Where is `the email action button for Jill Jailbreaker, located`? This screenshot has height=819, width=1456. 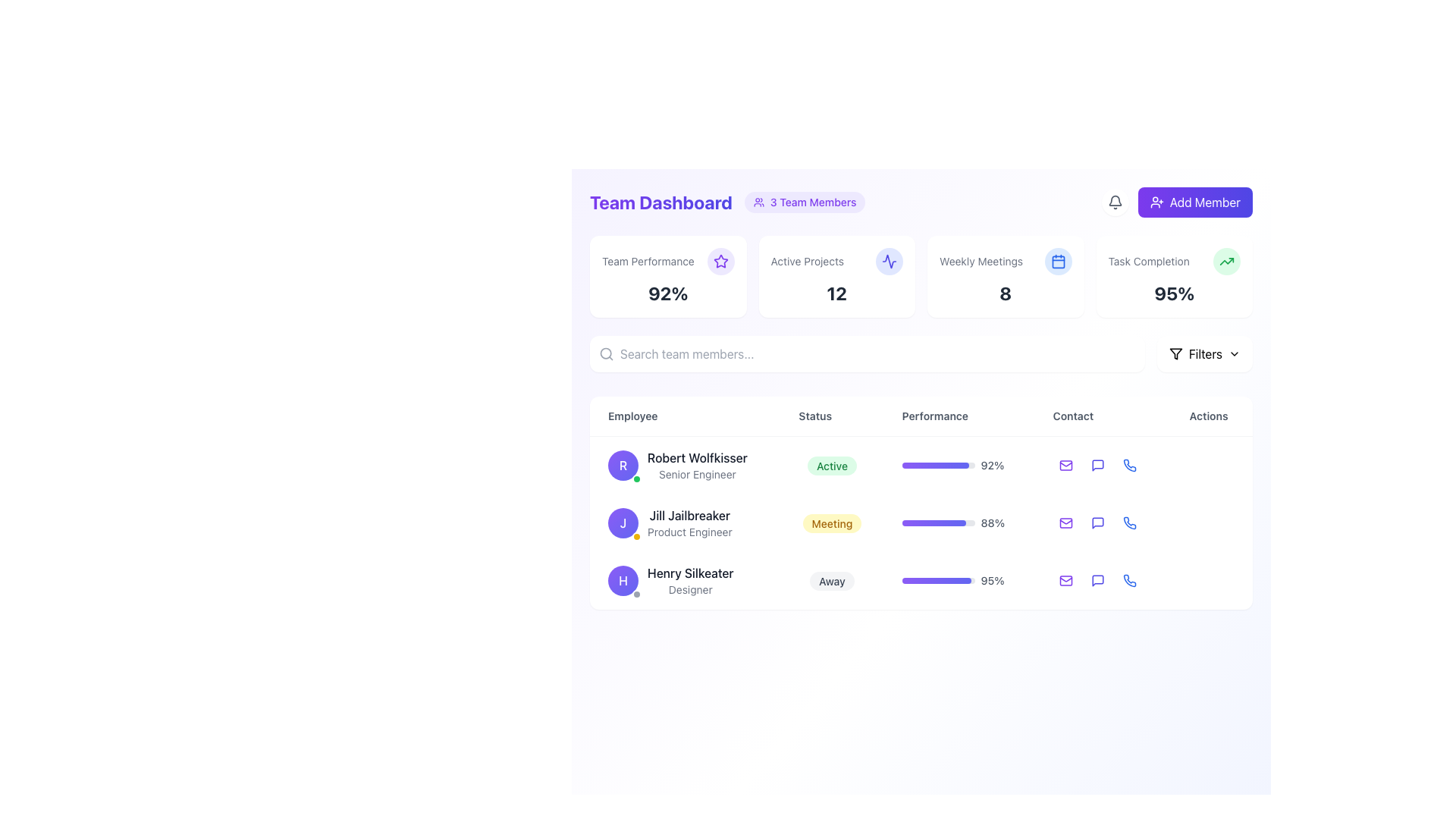 the email action button for Jill Jailbreaker, located is located at coordinates (1065, 522).